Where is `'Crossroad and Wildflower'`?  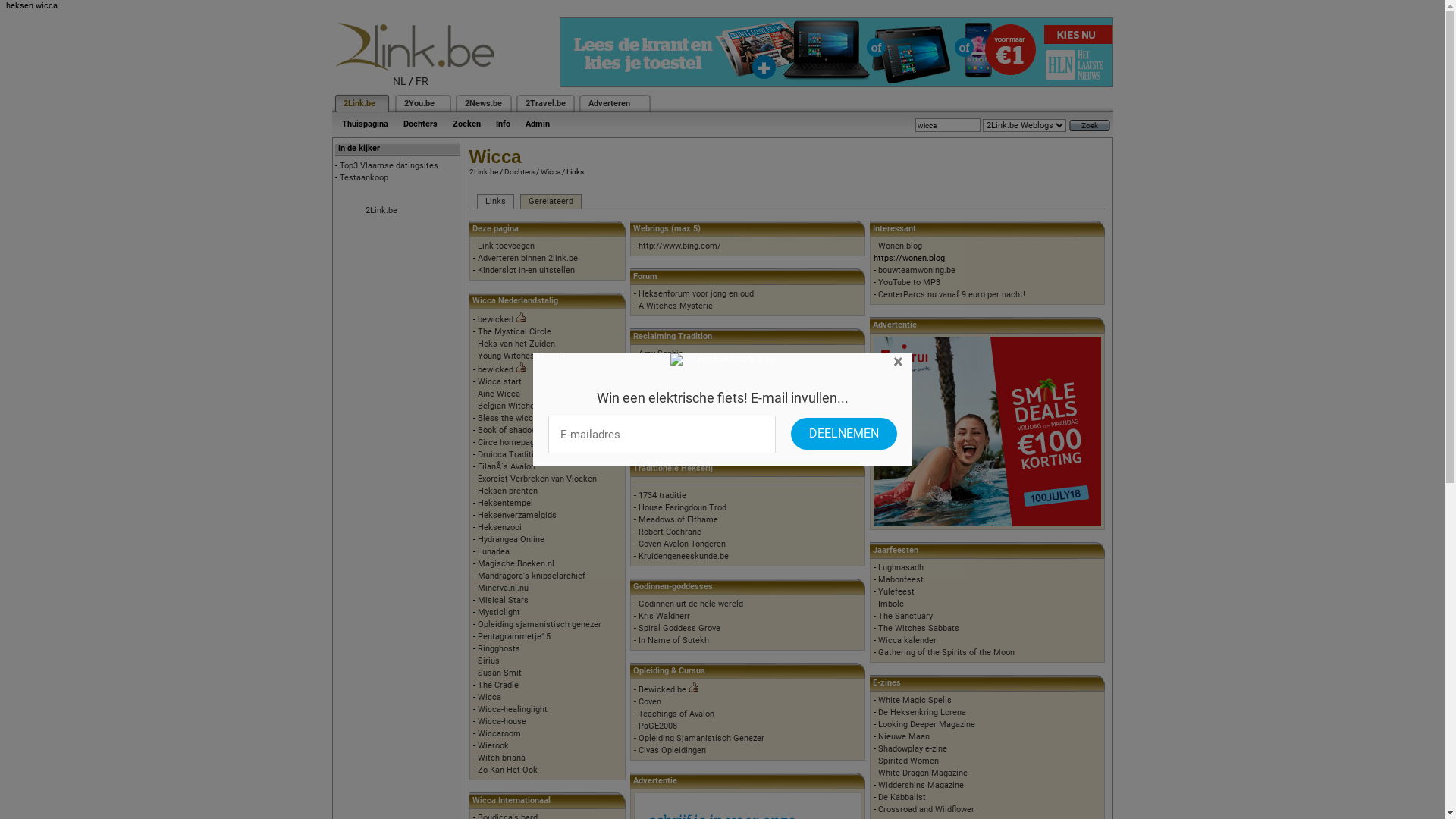
'Crossroad and Wildflower' is located at coordinates (877, 808).